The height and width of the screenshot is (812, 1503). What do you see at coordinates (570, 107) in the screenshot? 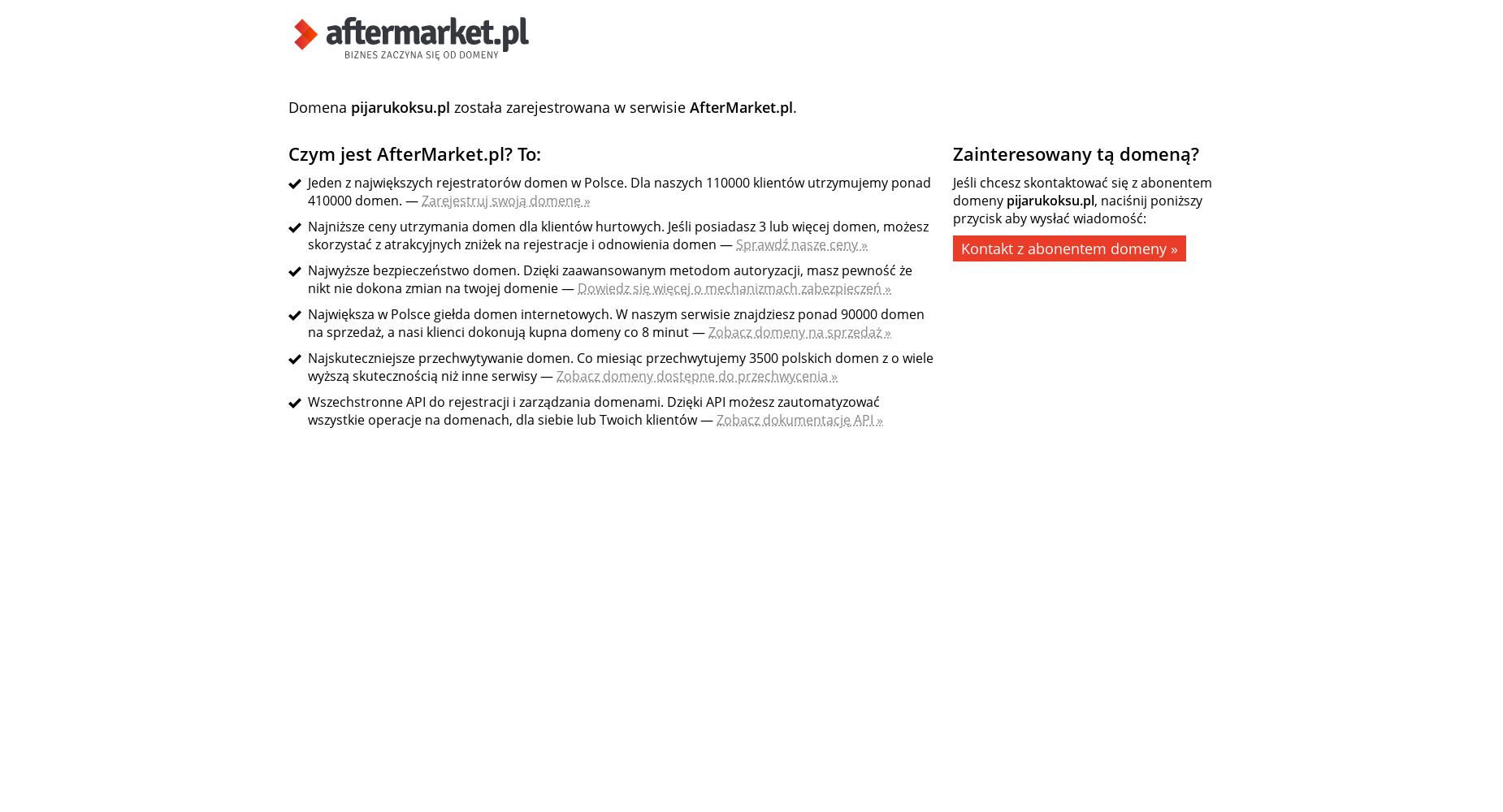
I see `'została zarejestrowana w serwisie'` at bounding box center [570, 107].